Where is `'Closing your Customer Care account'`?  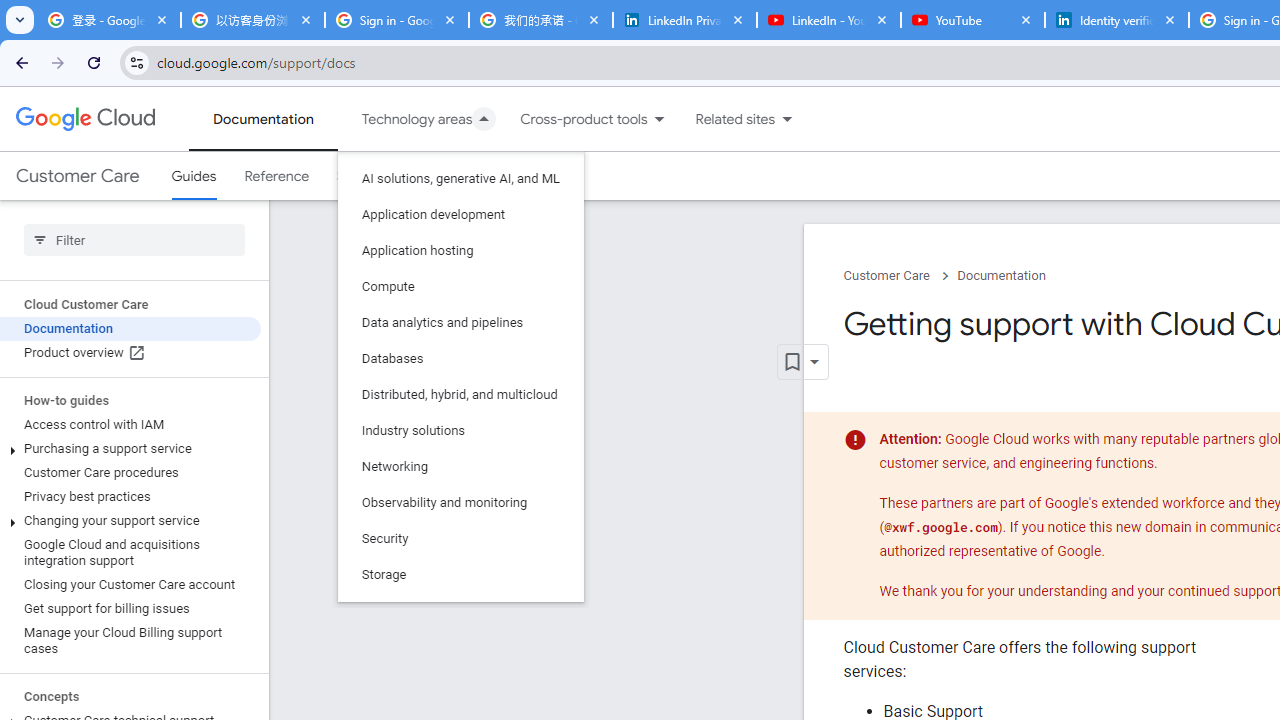 'Closing your Customer Care account' is located at coordinates (129, 585).